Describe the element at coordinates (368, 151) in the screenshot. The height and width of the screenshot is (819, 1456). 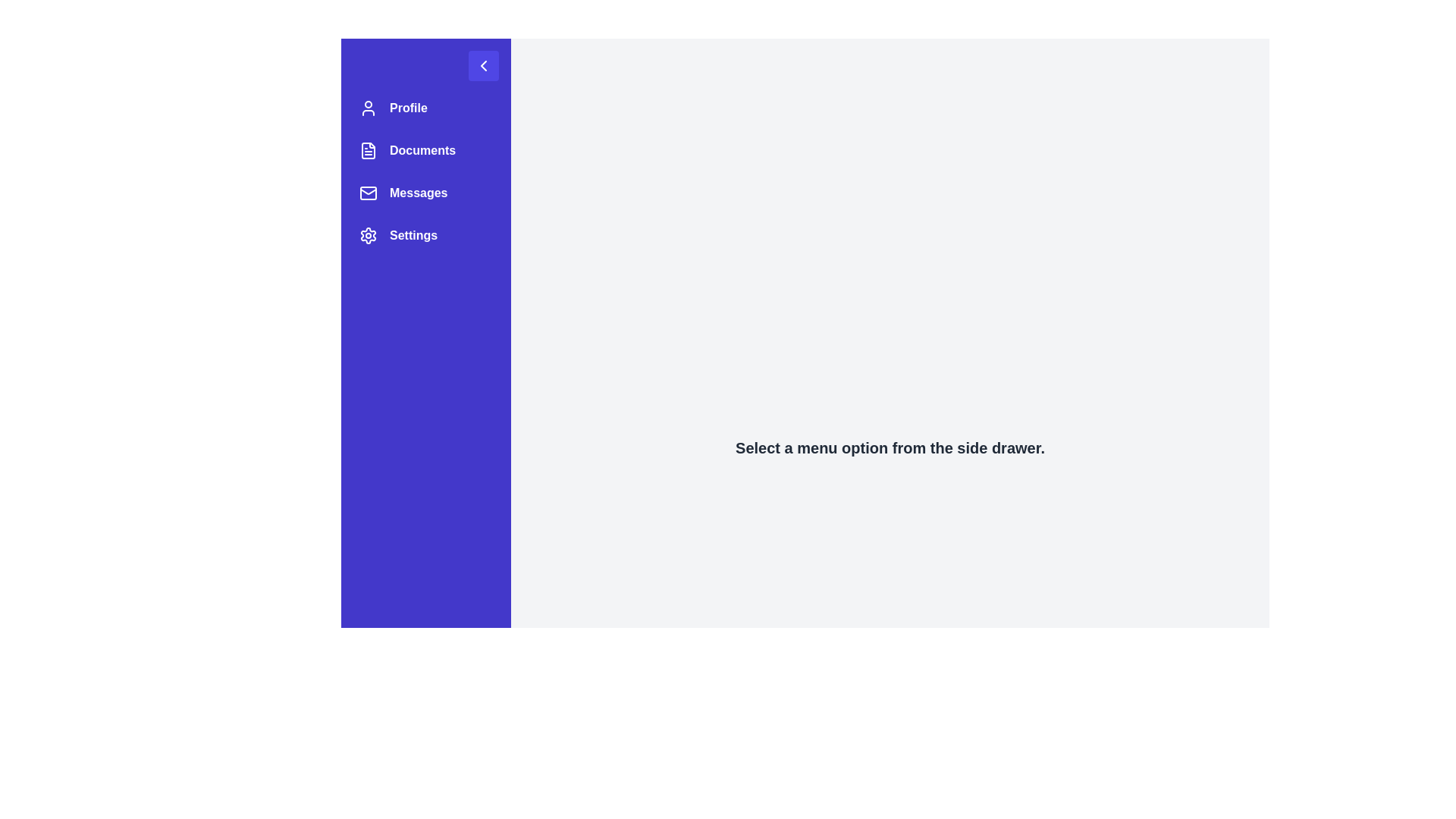
I see `the 'Documents' icon in the left navigation menu` at that location.